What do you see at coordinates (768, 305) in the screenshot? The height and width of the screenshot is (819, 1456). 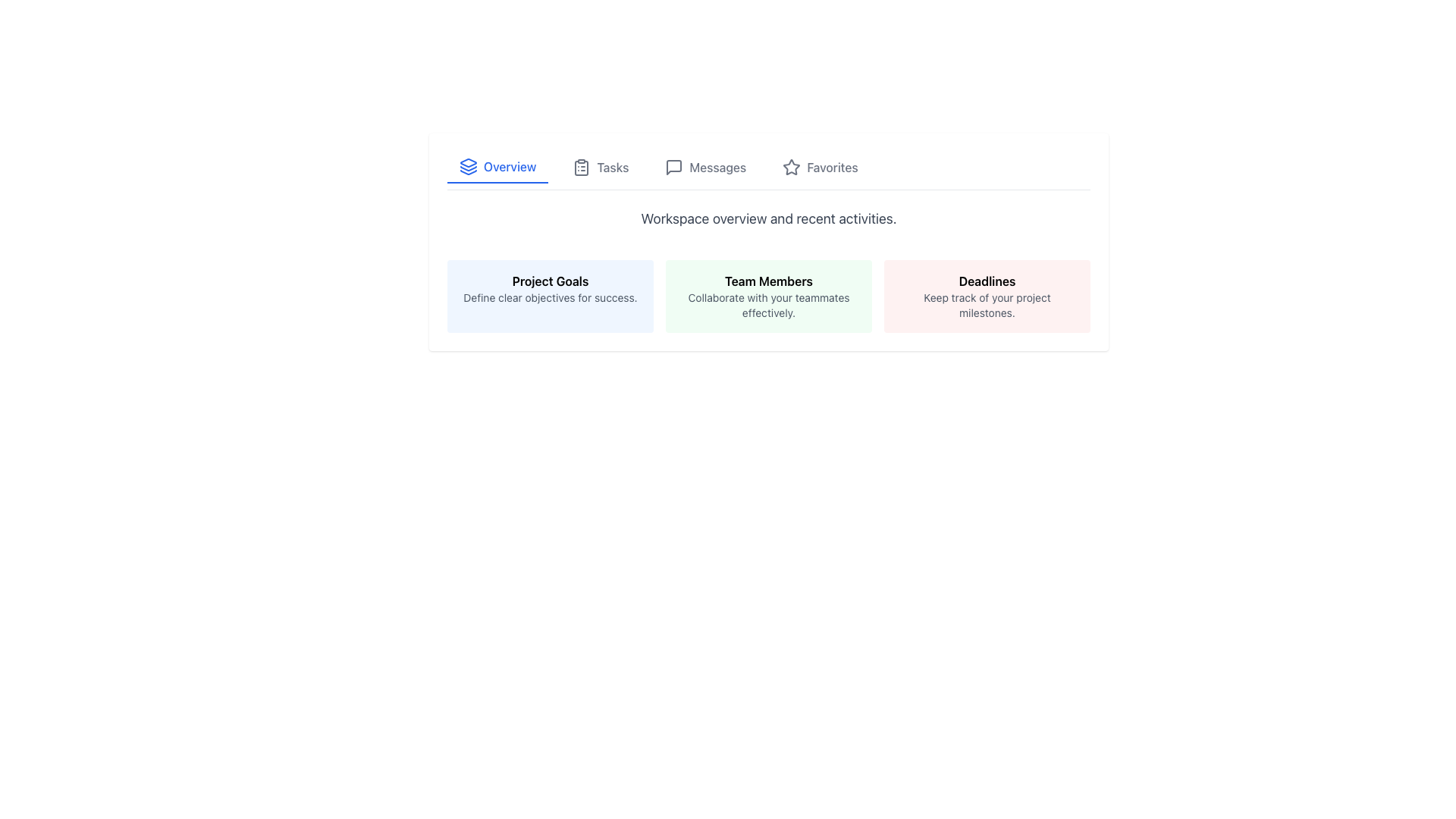 I see `the text element that reads 'Collaborate with your teammates effectively.' located within the green-bordered card labeled 'Team Members', positioned directly below the heading 'Team Members'` at bounding box center [768, 305].